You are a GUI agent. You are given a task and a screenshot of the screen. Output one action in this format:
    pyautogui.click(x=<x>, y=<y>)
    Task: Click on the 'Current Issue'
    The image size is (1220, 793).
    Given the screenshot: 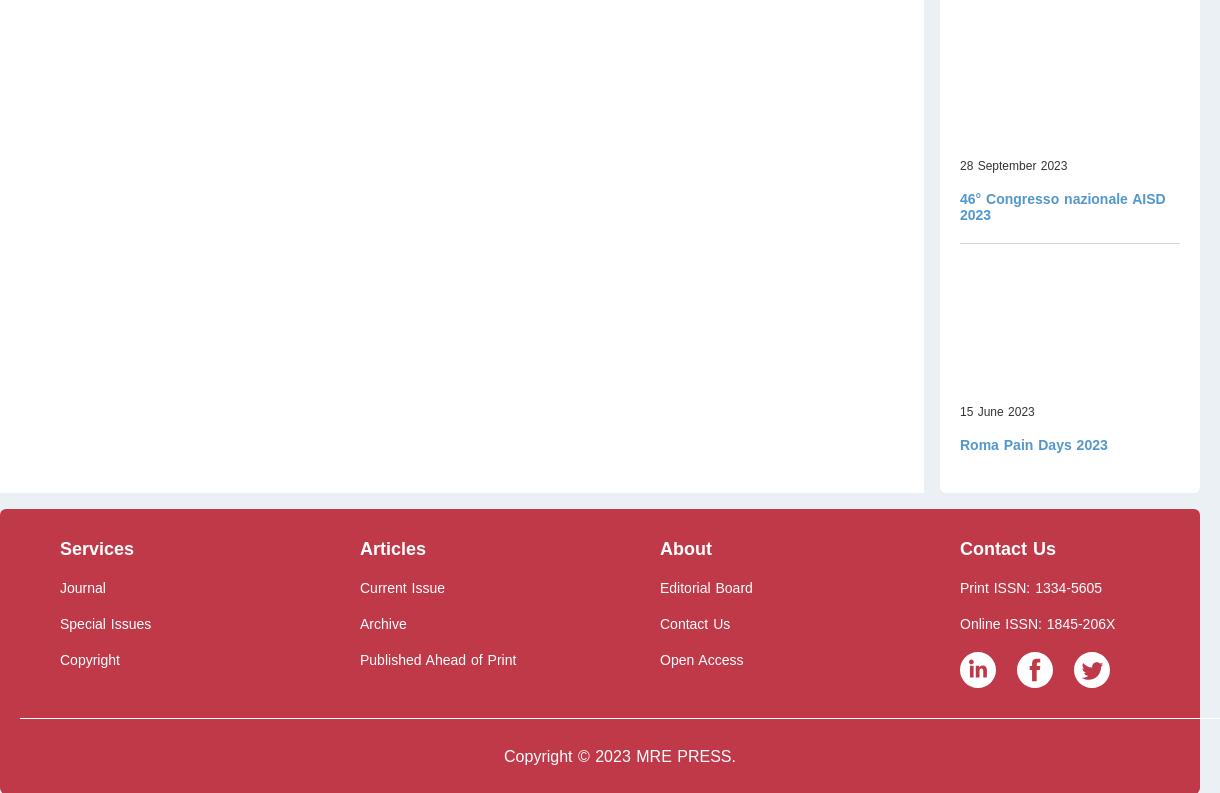 What is the action you would take?
    pyautogui.click(x=401, y=588)
    